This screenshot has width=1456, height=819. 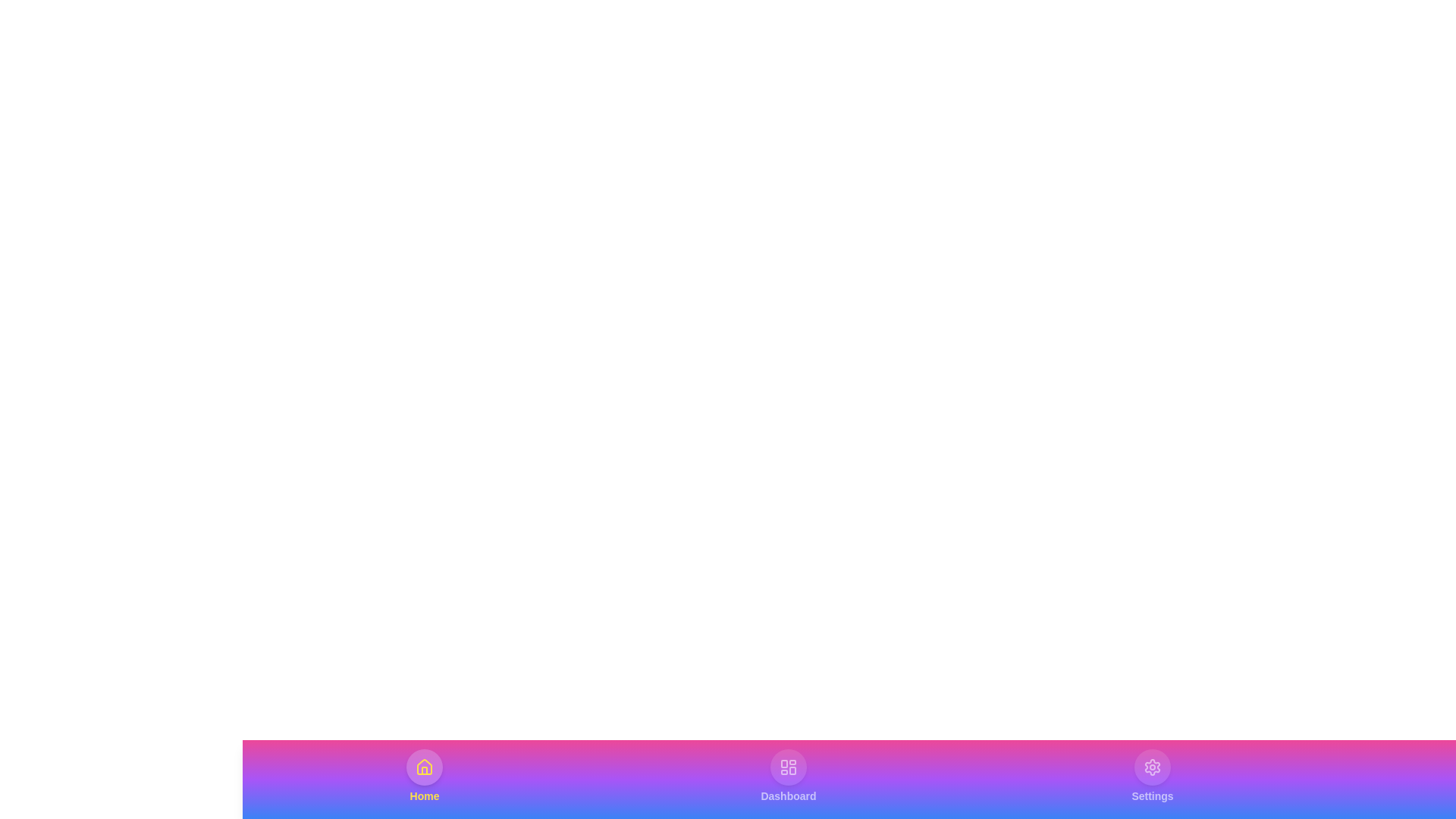 I want to click on the Home button in the bottom navigation bar, so click(x=425, y=776).